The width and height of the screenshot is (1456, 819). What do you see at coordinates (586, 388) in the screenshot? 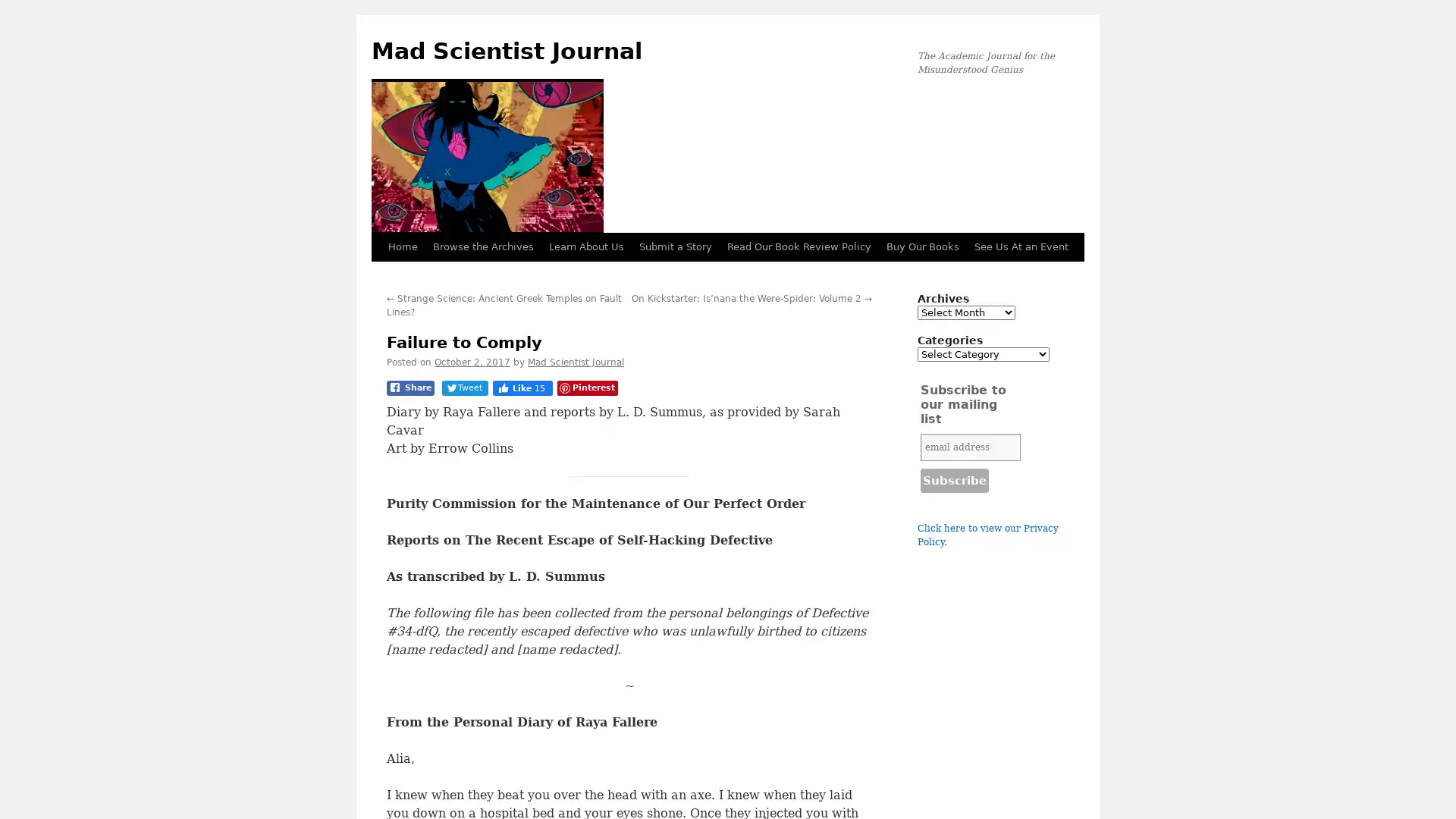
I see `Pinterest` at bounding box center [586, 388].